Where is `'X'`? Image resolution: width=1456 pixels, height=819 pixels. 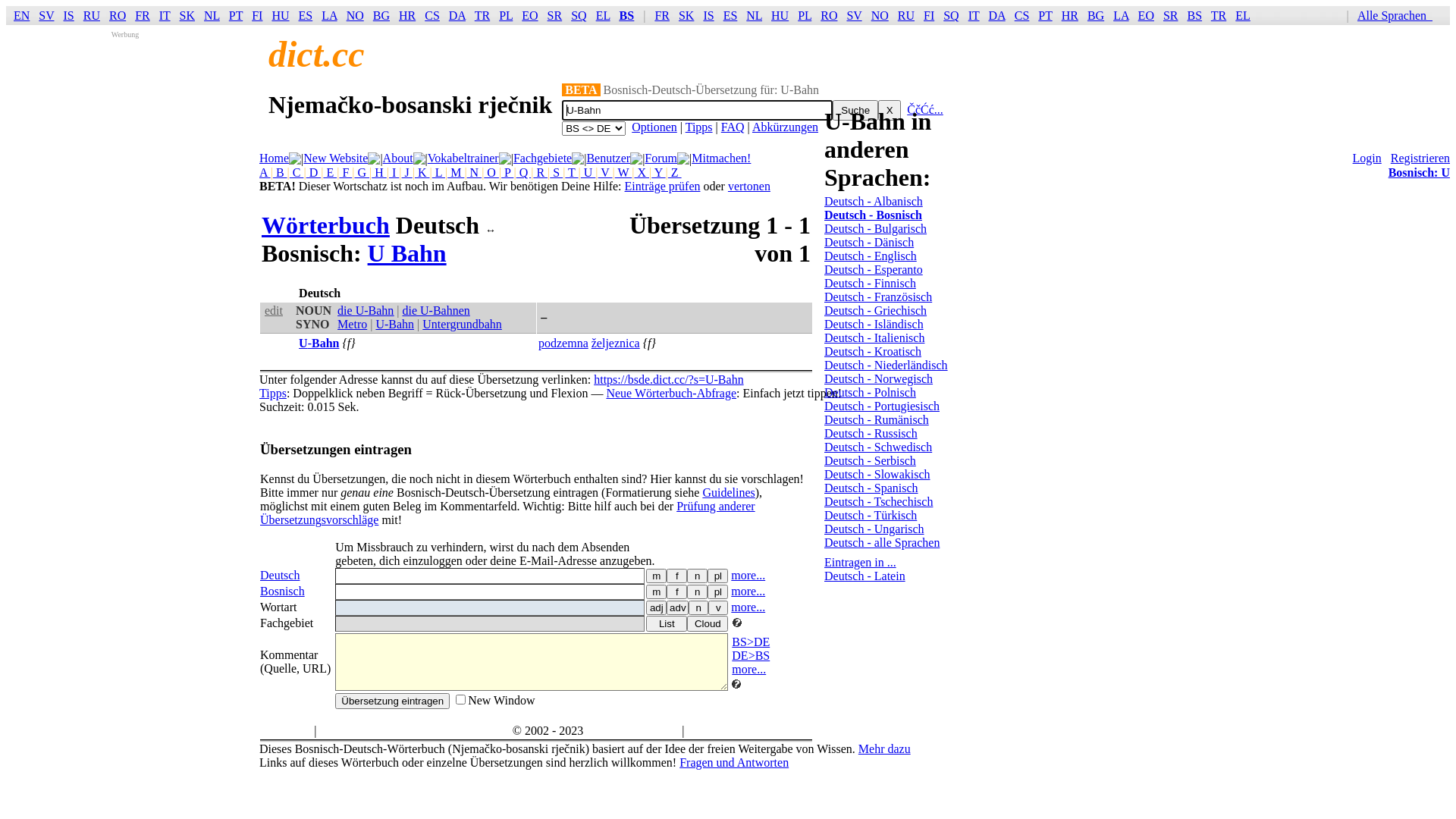 'X' is located at coordinates (877, 109).